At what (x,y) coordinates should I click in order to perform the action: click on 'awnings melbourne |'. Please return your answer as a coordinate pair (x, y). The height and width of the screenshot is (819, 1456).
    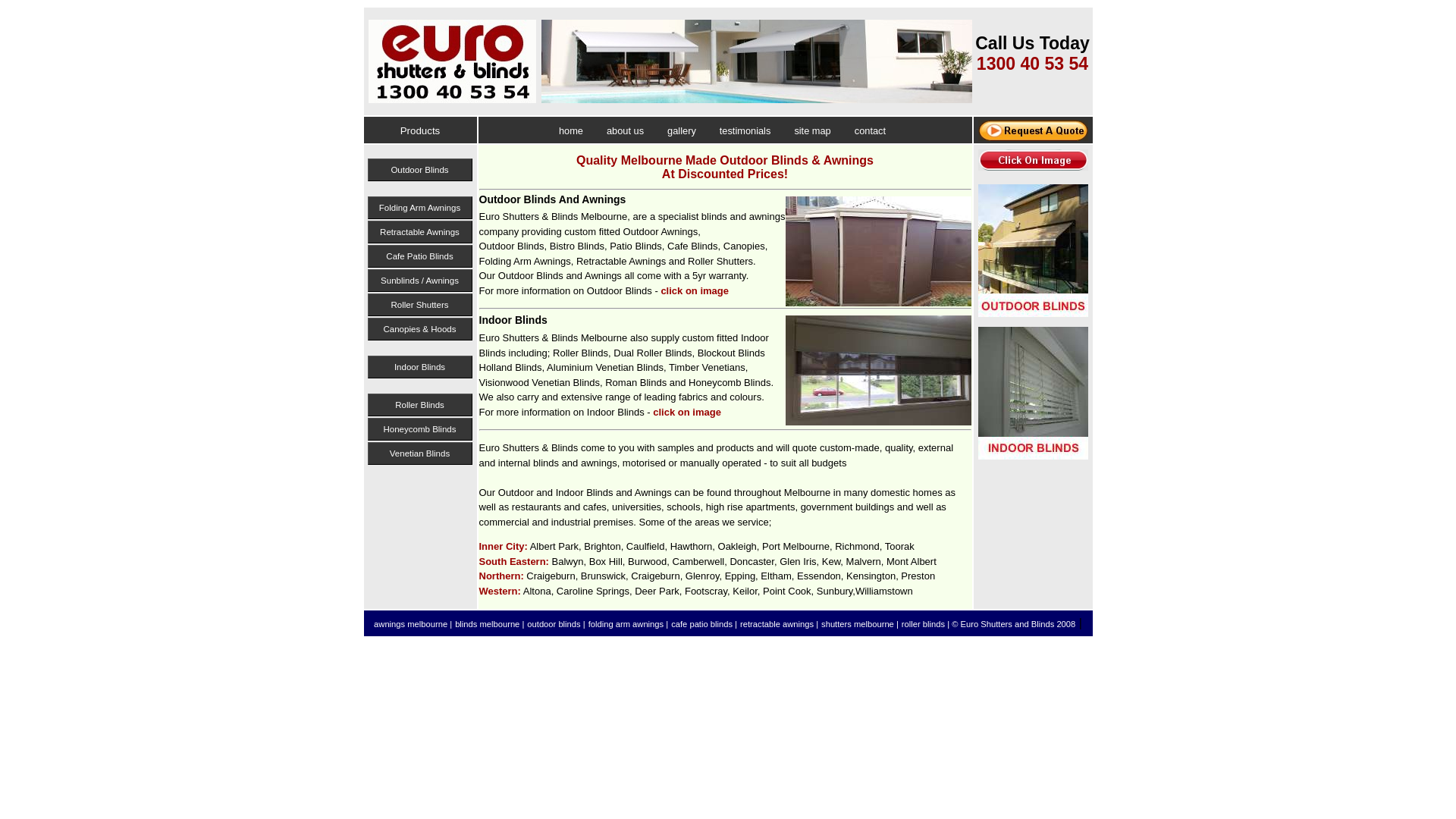
    Looking at the image, I should click on (413, 623).